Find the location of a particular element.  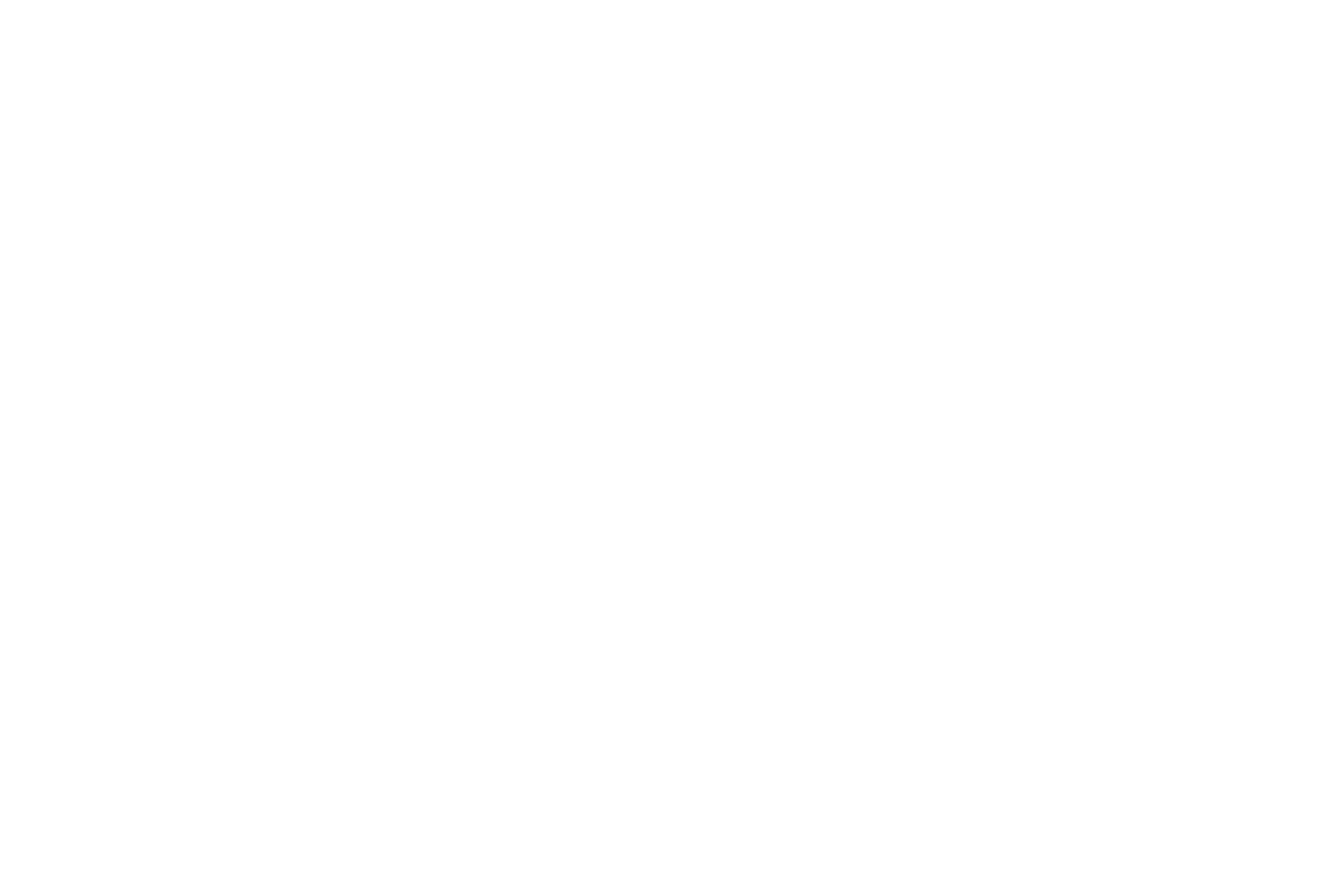

'Audio' is located at coordinates (849, 823).